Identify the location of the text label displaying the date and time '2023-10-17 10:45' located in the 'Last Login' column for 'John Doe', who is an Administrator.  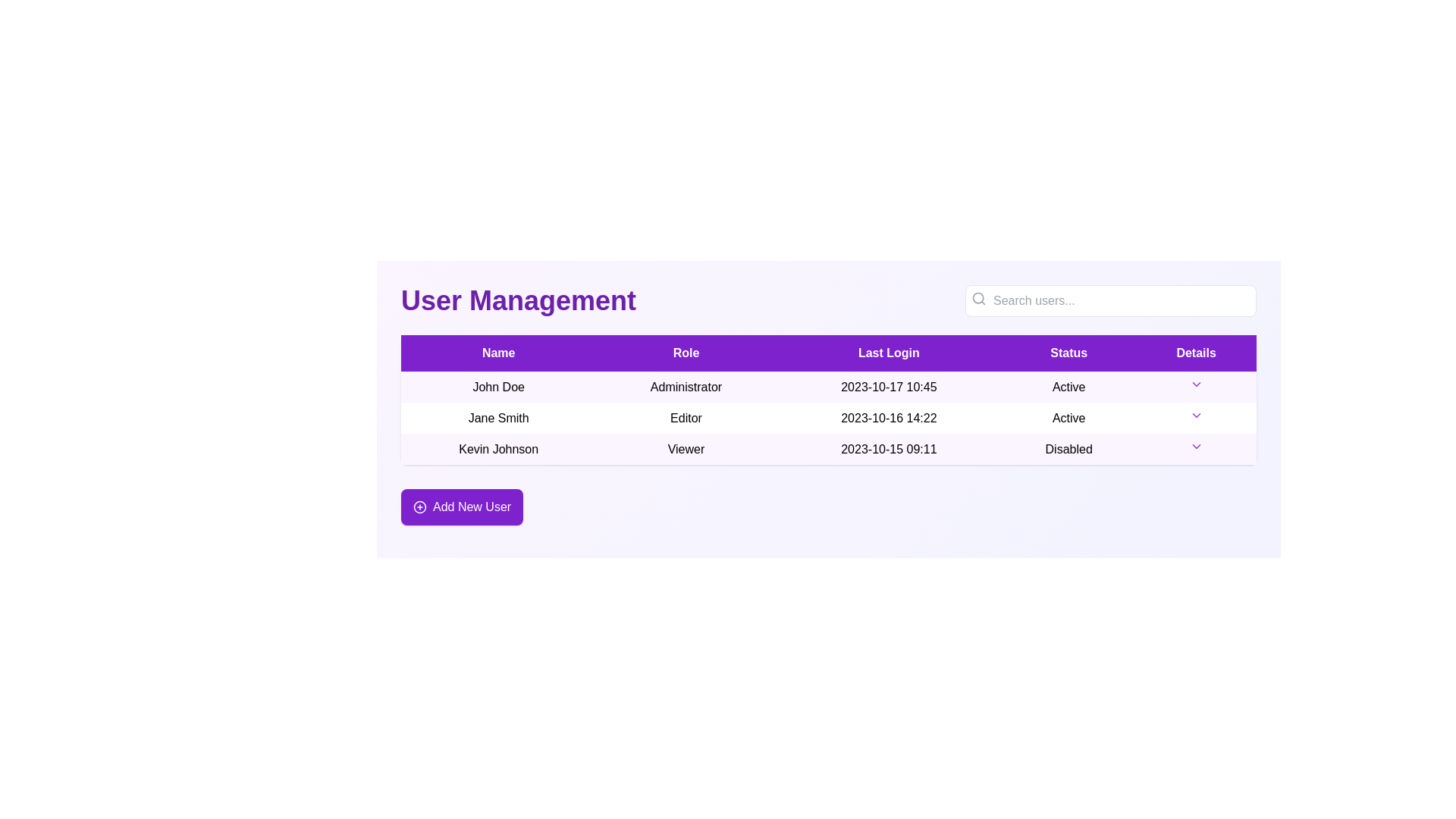
(889, 386).